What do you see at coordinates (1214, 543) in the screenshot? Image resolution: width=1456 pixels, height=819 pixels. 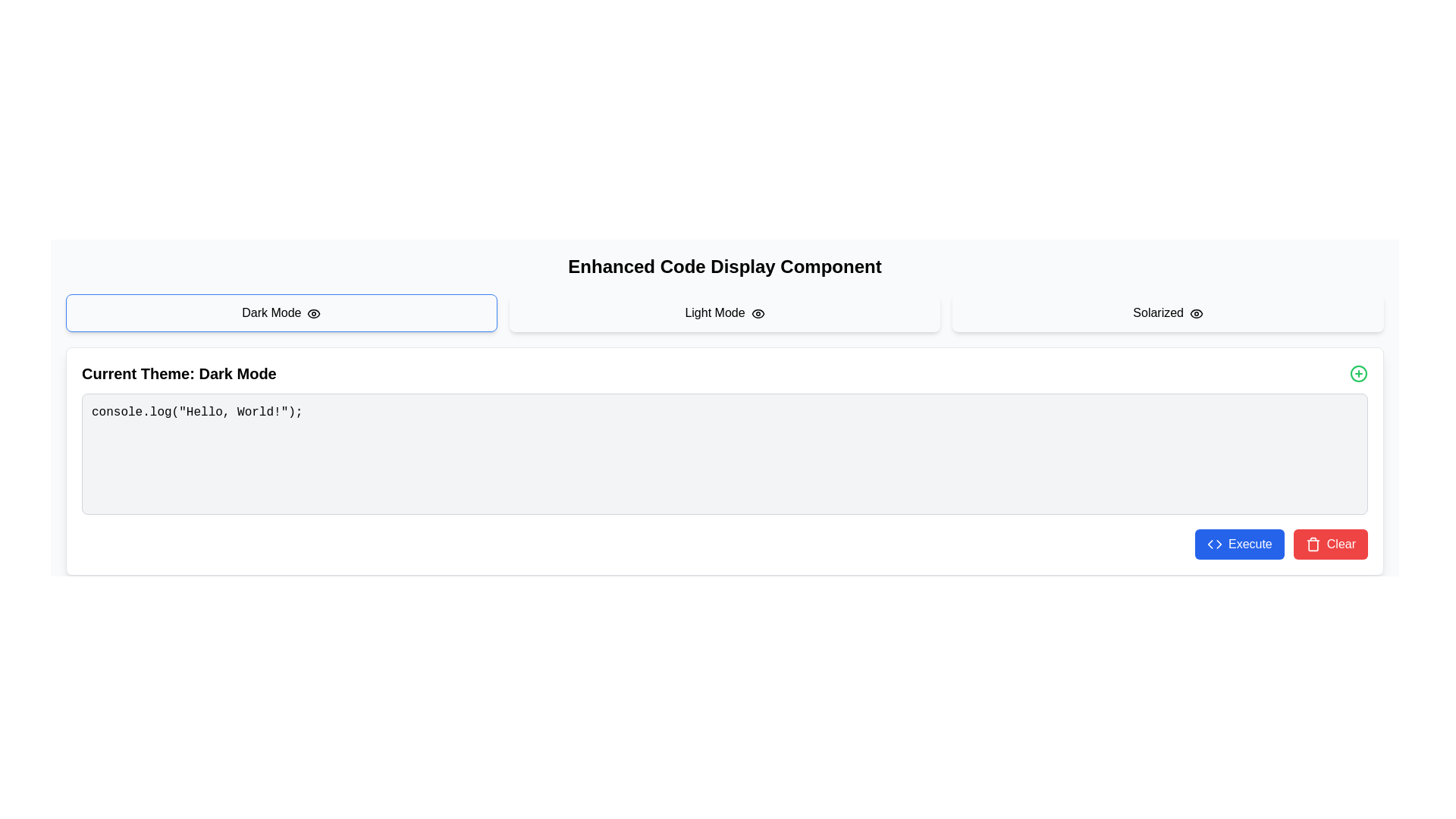 I see `the SVG icon within the 'Execute' button` at bounding box center [1214, 543].